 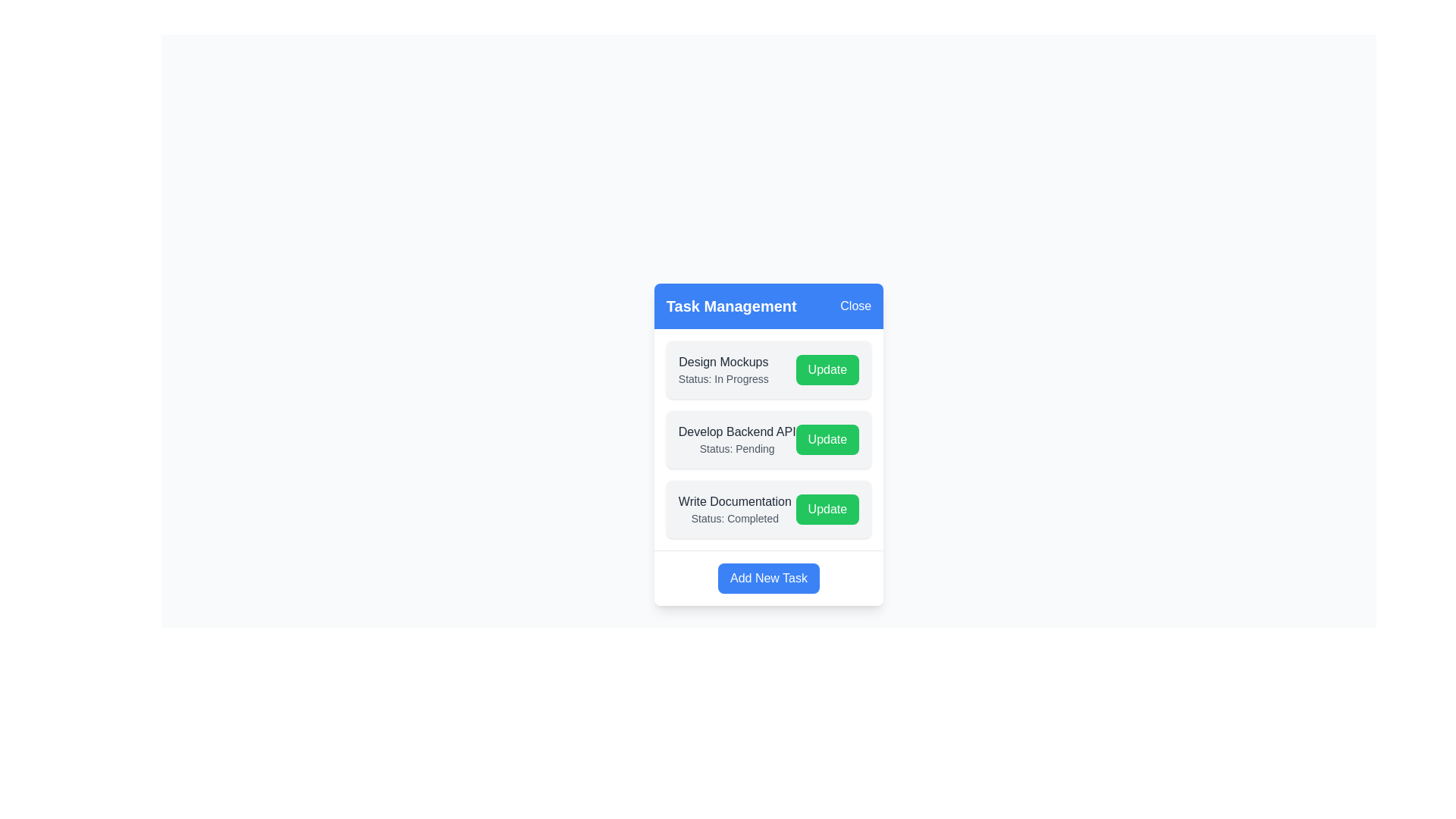 What do you see at coordinates (827, 509) in the screenshot?
I see `'Update' button for the task 'Write Documentation'` at bounding box center [827, 509].